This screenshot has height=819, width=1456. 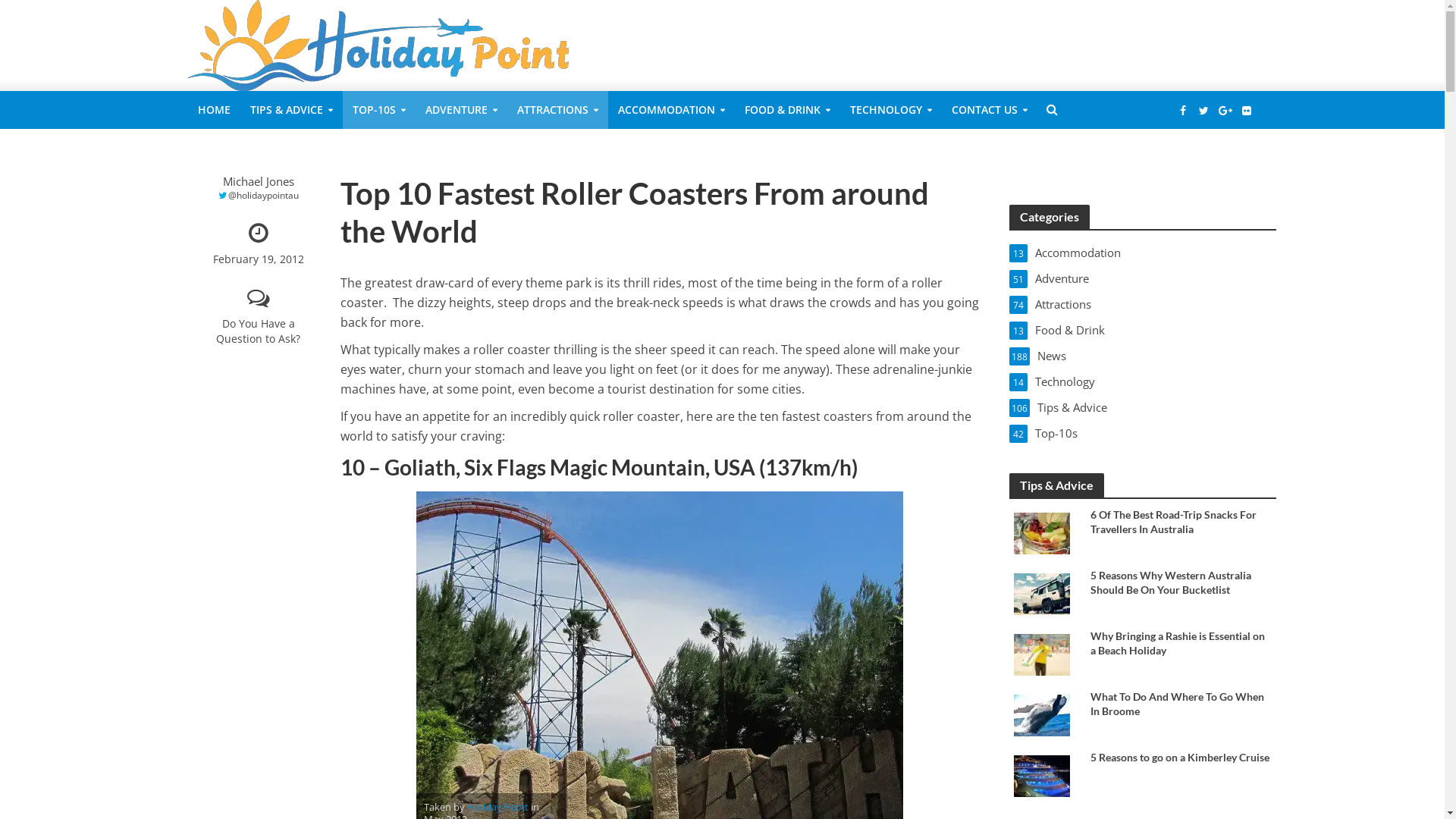 I want to click on 'What To Do And Where To Go When In Broome', so click(x=1179, y=704).